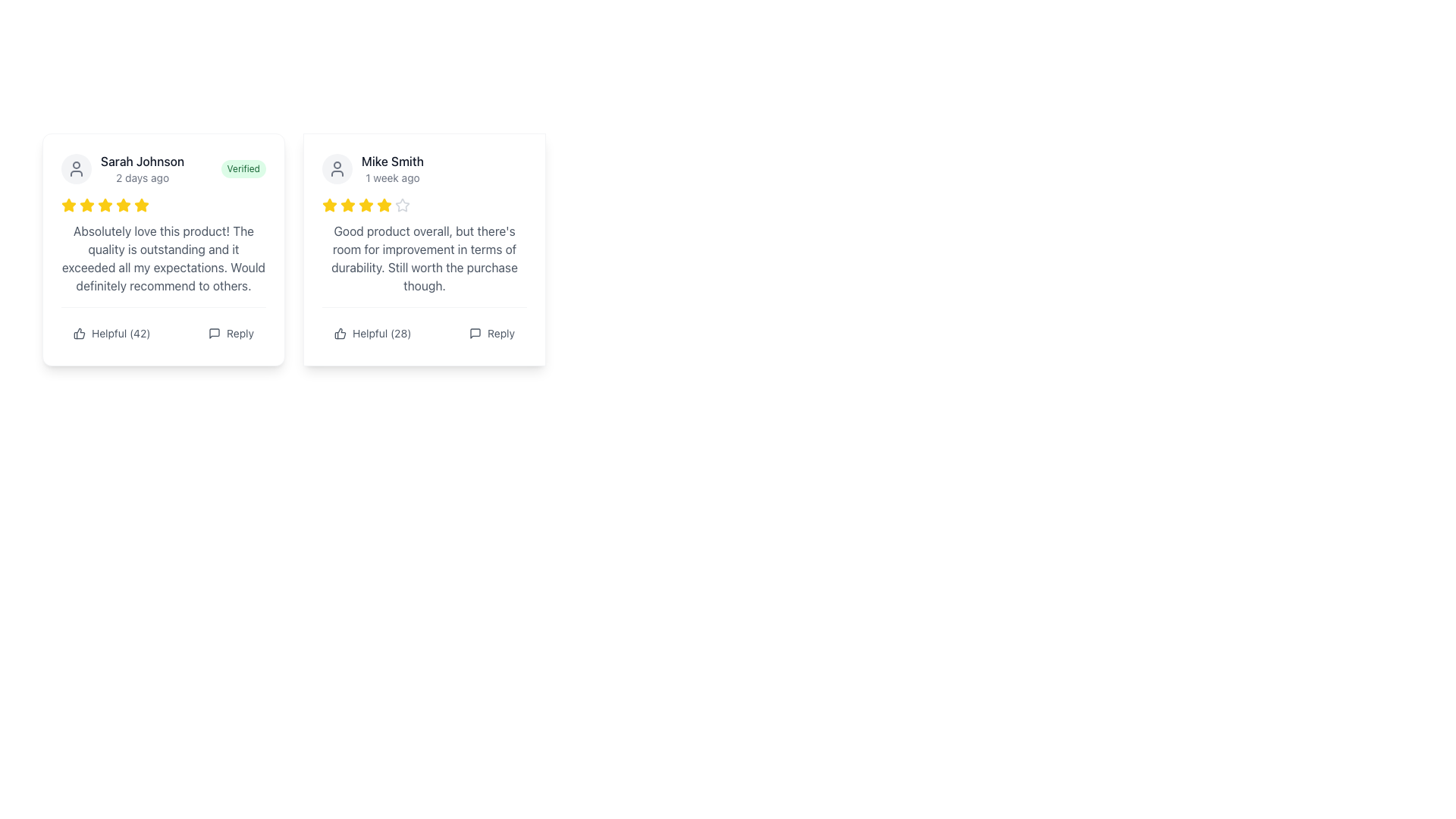  I want to click on the text display element that shows the username 'Mike Smith' and the timestamp '1 week ago', located at the top-left corner of the second review card, so click(393, 169).